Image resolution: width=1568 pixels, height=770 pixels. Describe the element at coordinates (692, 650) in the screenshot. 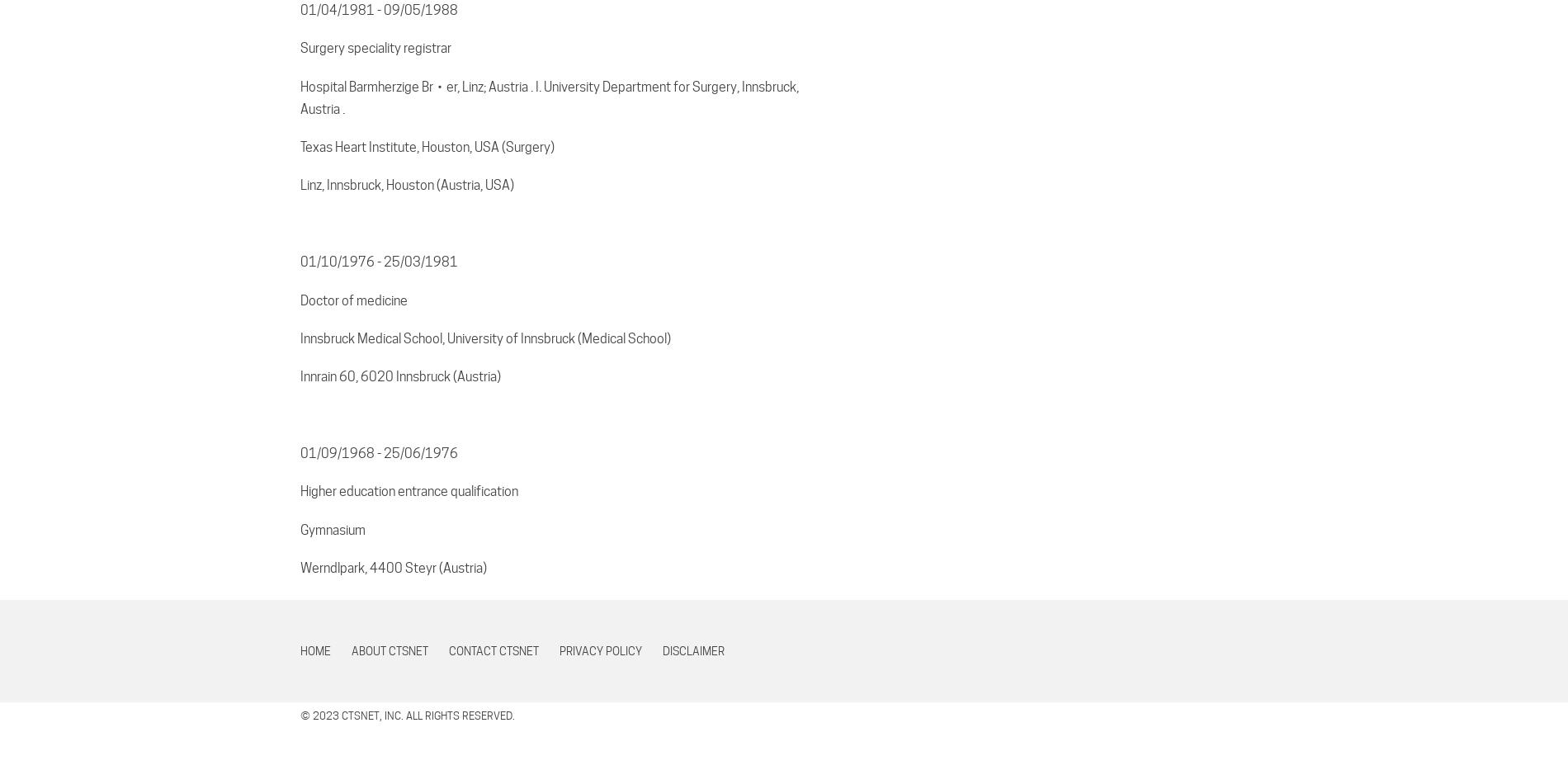

I see `'Disclaimer'` at that location.